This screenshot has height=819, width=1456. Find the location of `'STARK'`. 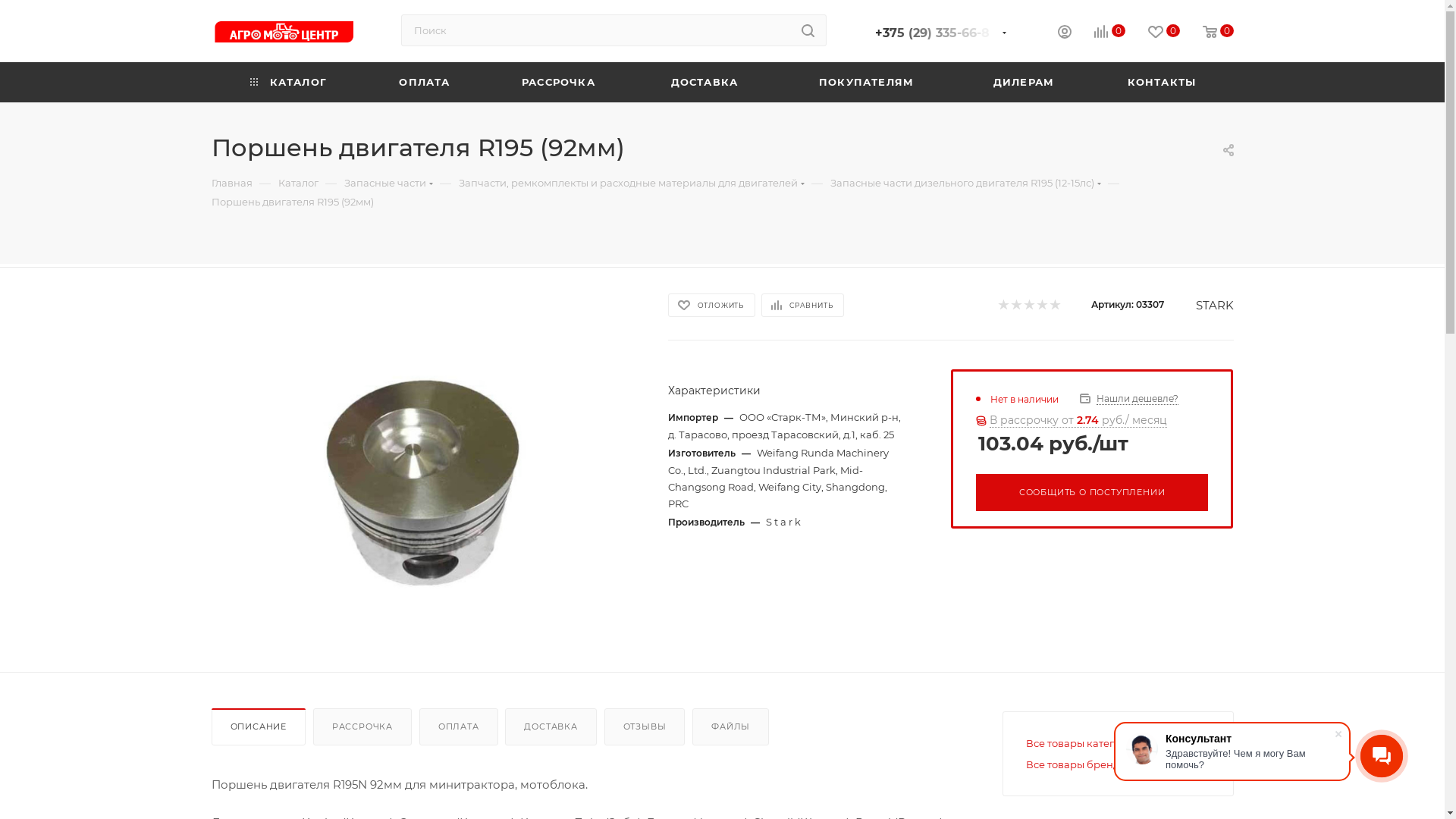

'STARK' is located at coordinates (1214, 305).